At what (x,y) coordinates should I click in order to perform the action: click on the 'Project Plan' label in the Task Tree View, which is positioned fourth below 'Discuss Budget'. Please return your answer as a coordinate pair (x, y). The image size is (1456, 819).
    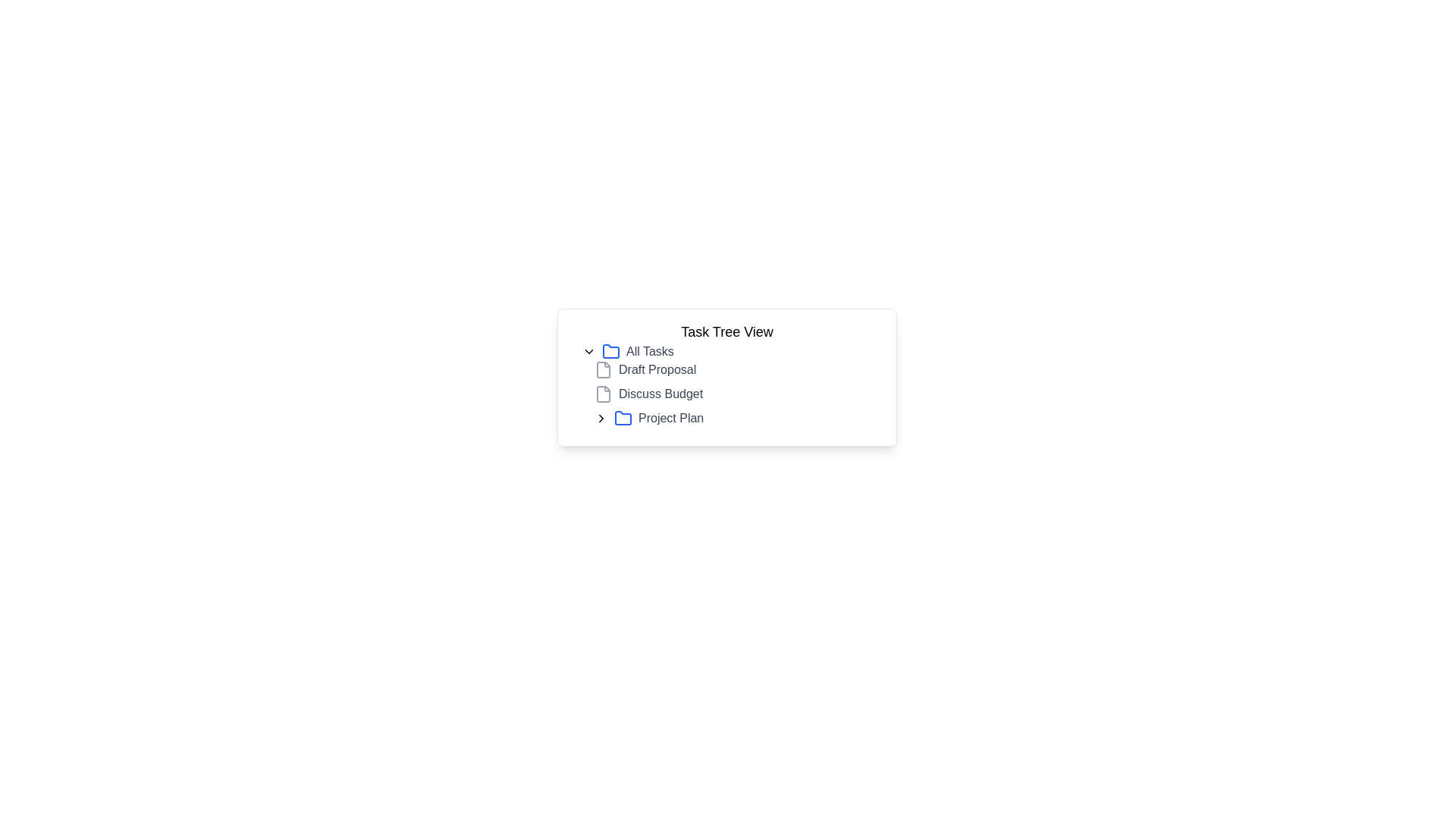
    Looking at the image, I should click on (670, 418).